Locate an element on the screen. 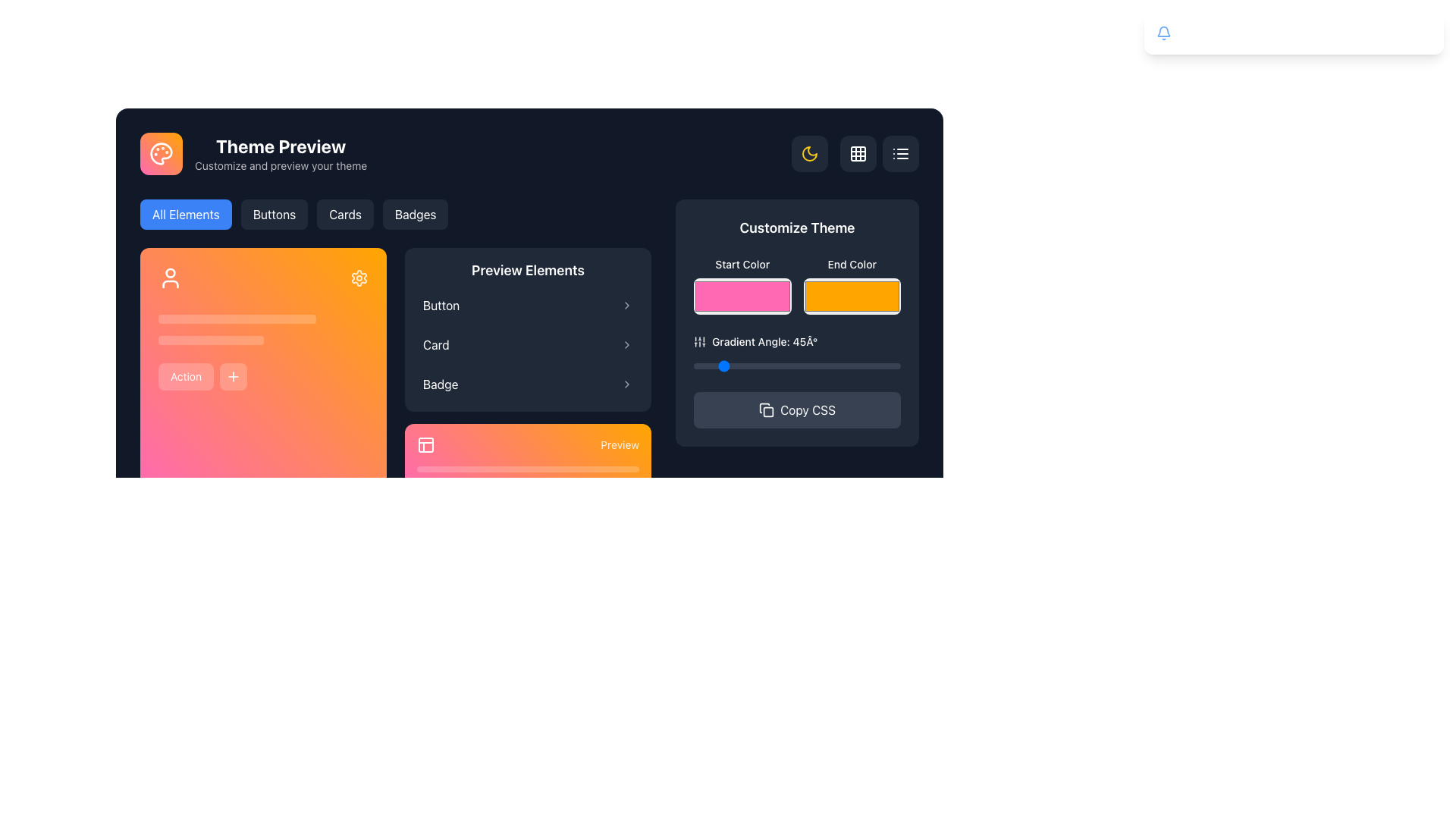 The height and width of the screenshot is (819, 1456). the 'End Color' text label in the 'Customize Theme' section, which describes the color picker below it is located at coordinates (852, 263).